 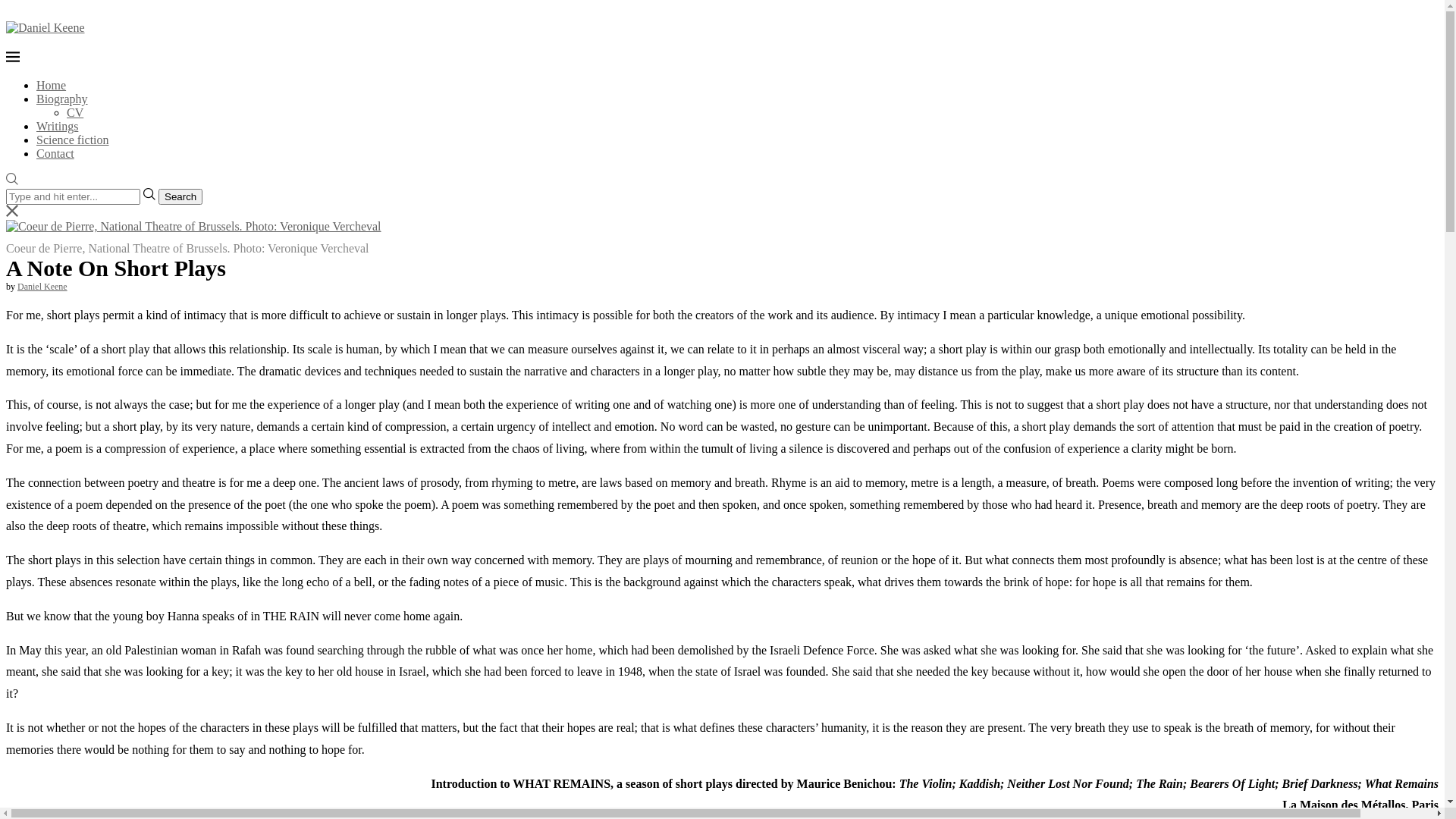 What do you see at coordinates (55, 153) in the screenshot?
I see `'Contact'` at bounding box center [55, 153].